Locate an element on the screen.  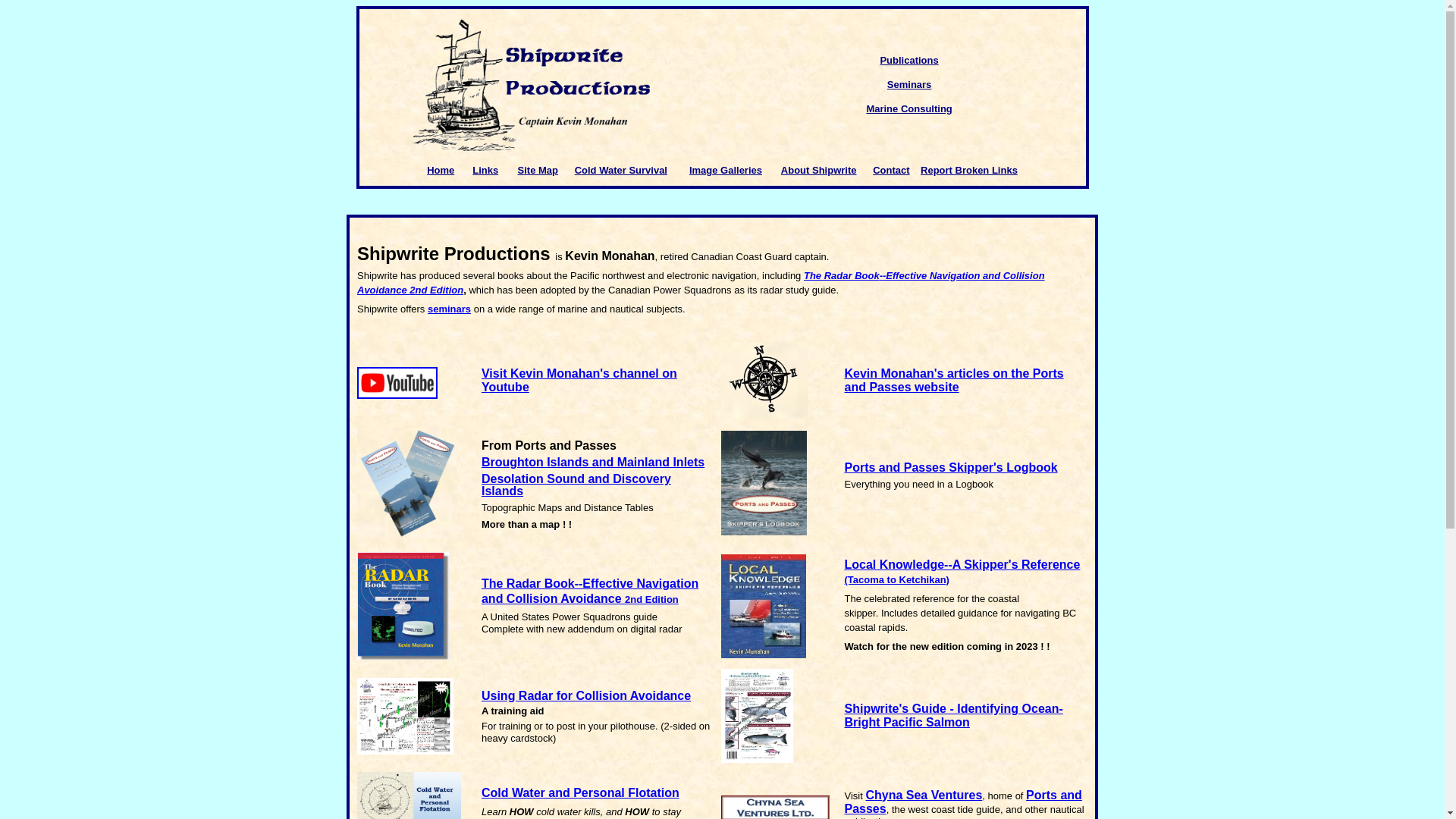
'Cold Water Survival' is located at coordinates (621, 170).